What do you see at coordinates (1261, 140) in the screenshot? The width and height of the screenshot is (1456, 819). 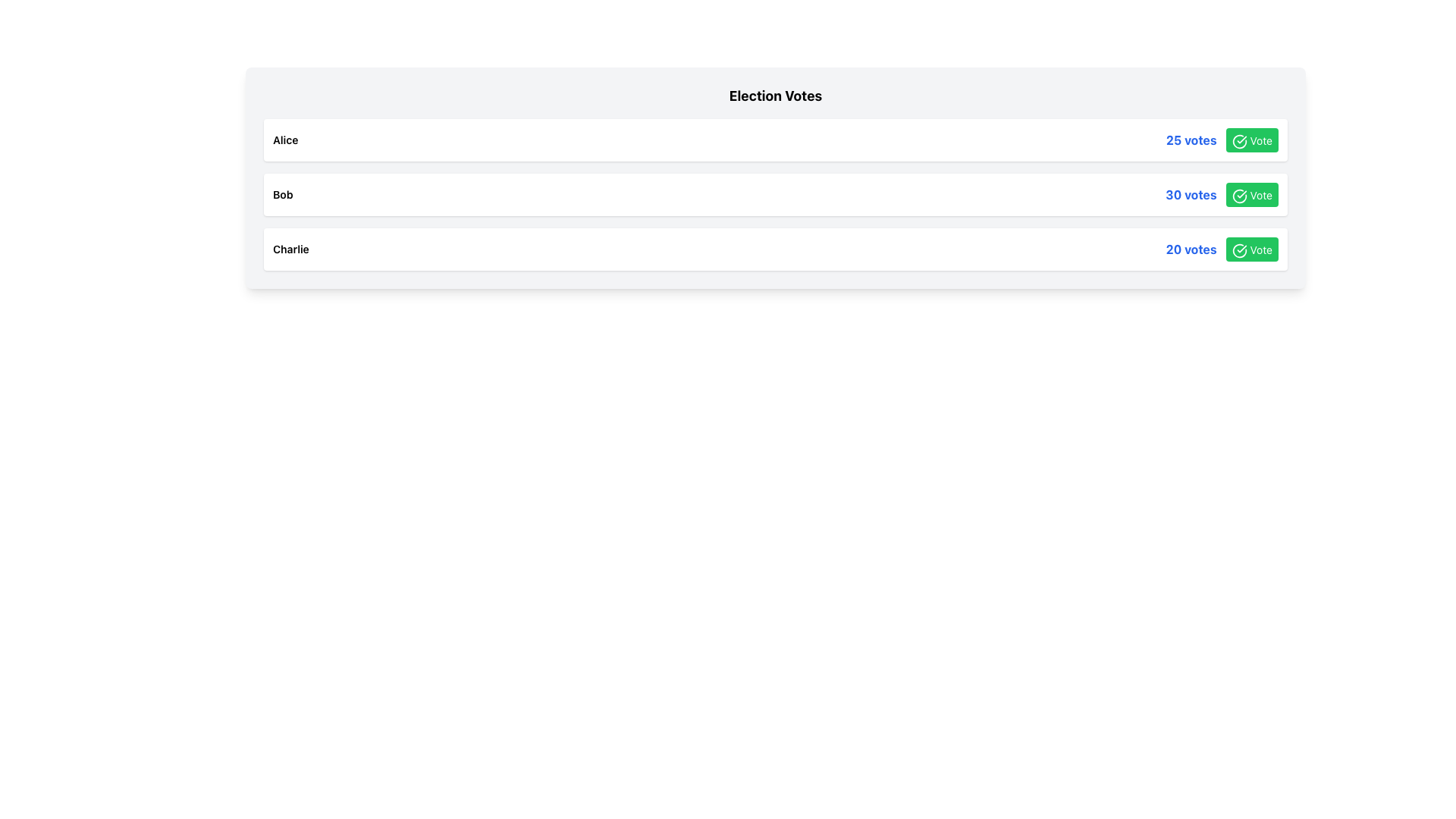 I see `the 'Vote' text label with a green background, which is part of the button-like structure on the far right side of the topmost row, aligned with the '25 votes' text` at bounding box center [1261, 140].